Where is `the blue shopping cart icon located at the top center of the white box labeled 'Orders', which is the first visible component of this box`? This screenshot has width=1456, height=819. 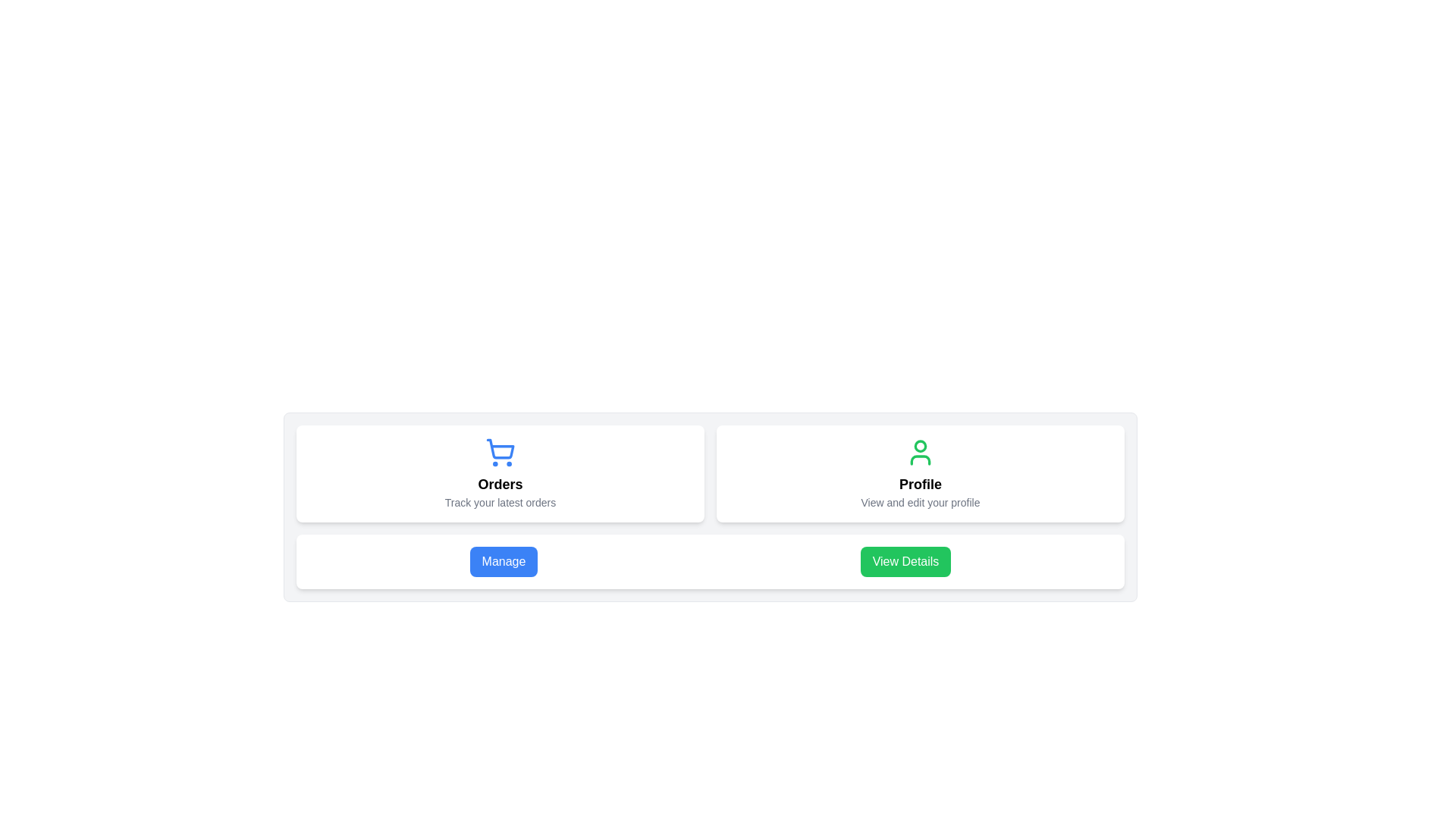
the blue shopping cart icon located at the top center of the white box labeled 'Orders', which is the first visible component of this box is located at coordinates (500, 452).